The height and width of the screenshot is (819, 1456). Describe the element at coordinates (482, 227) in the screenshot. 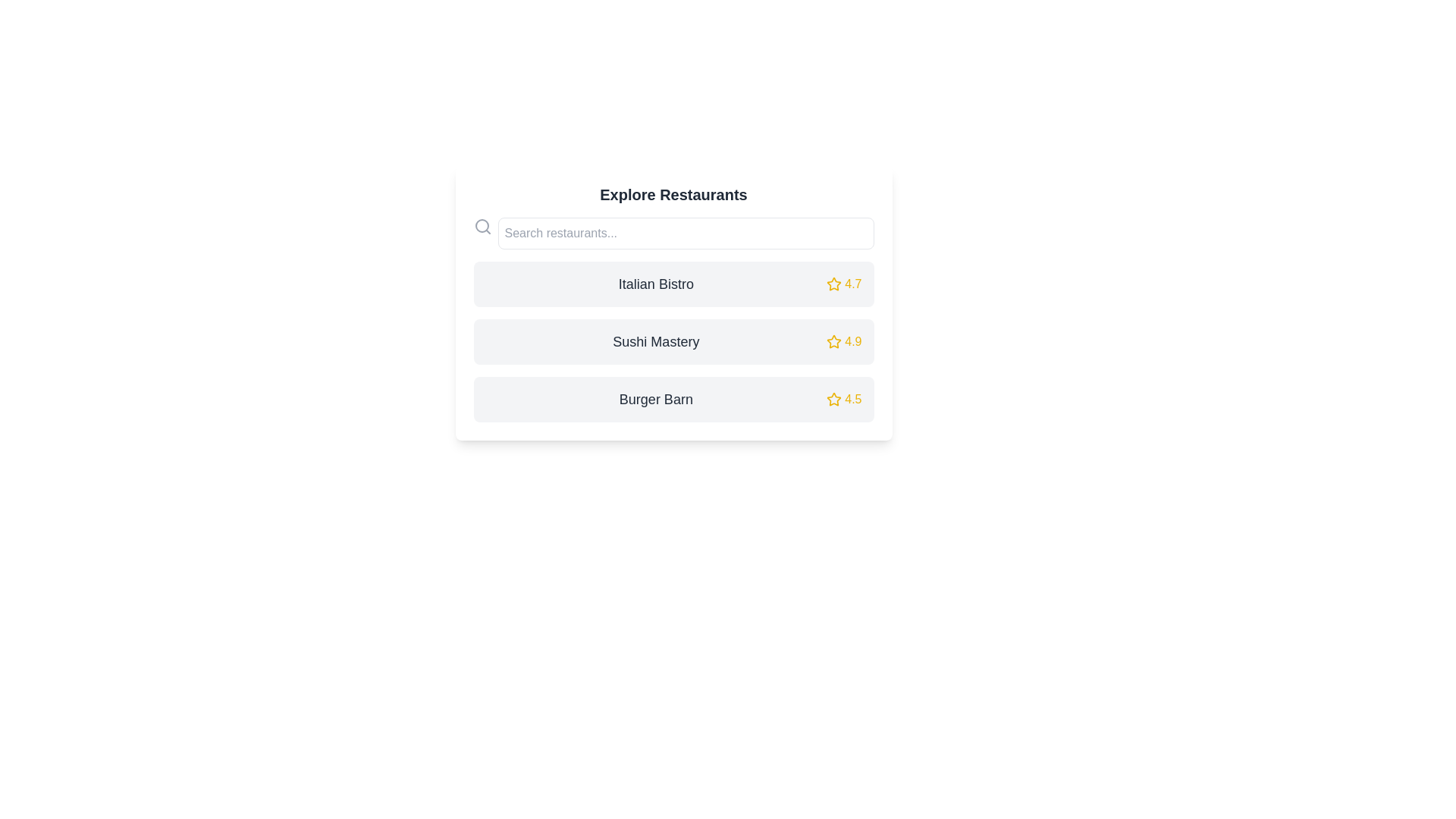

I see `the search icon located at the left end of the horizontal row, adjacent to the 'Search restaurants...' input field` at that location.